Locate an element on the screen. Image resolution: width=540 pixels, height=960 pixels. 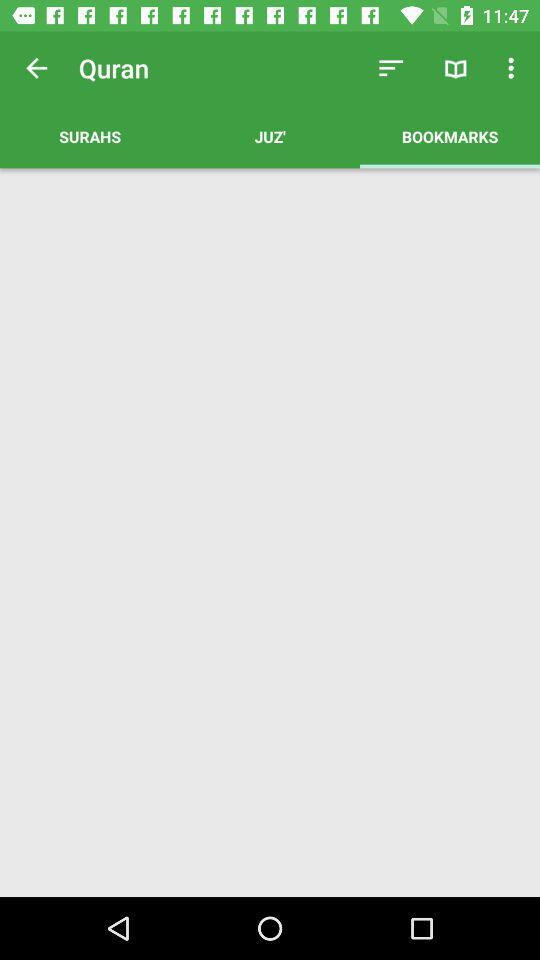
item above the surahs icon is located at coordinates (36, 68).